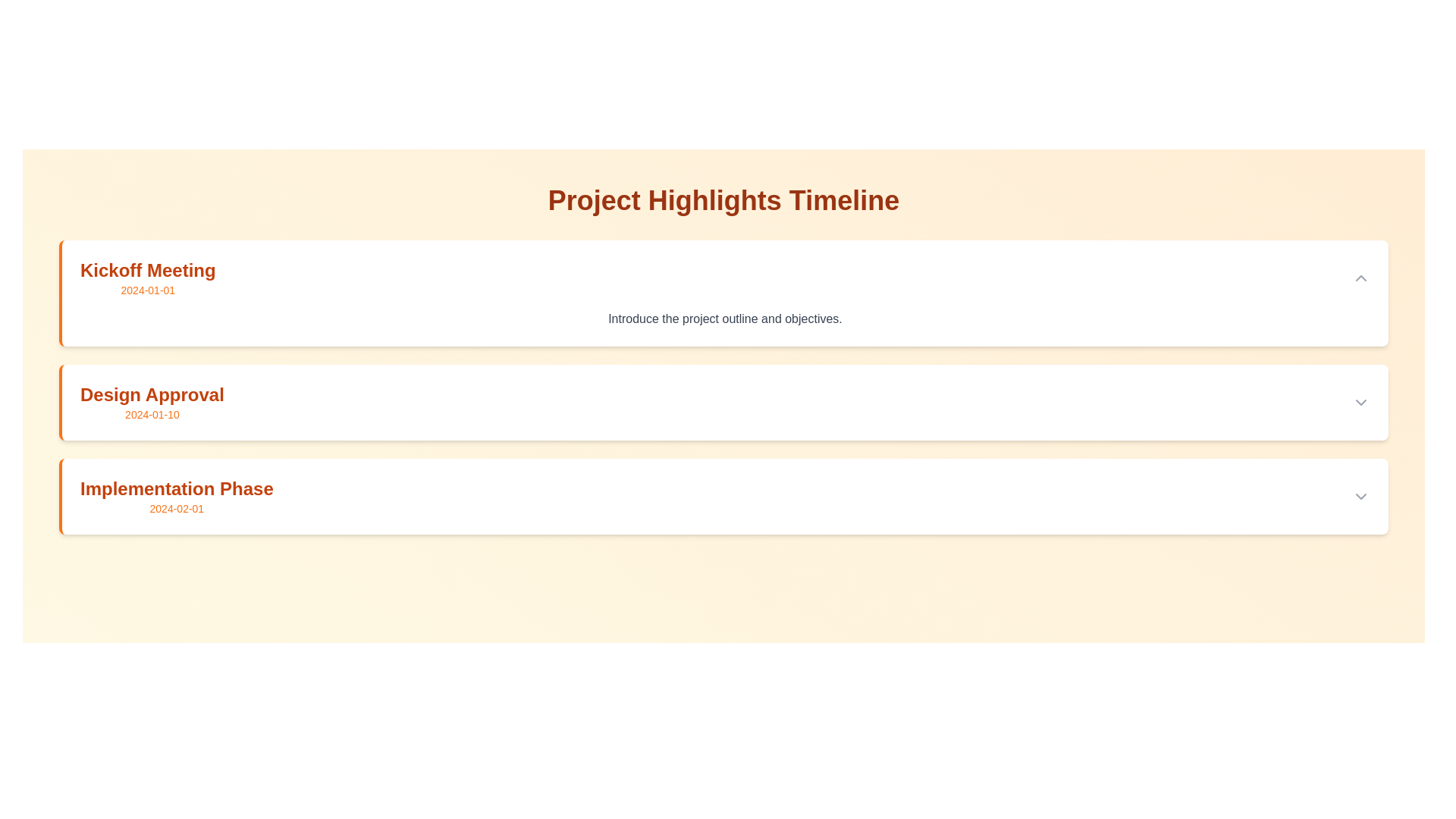 This screenshot has height=819, width=1456. Describe the element at coordinates (152, 394) in the screenshot. I see `text of the heading 'Design Approval' which is displayed in a bold, orange-serif font, positioned as the second item in a vertically stacked list of items` at that location.